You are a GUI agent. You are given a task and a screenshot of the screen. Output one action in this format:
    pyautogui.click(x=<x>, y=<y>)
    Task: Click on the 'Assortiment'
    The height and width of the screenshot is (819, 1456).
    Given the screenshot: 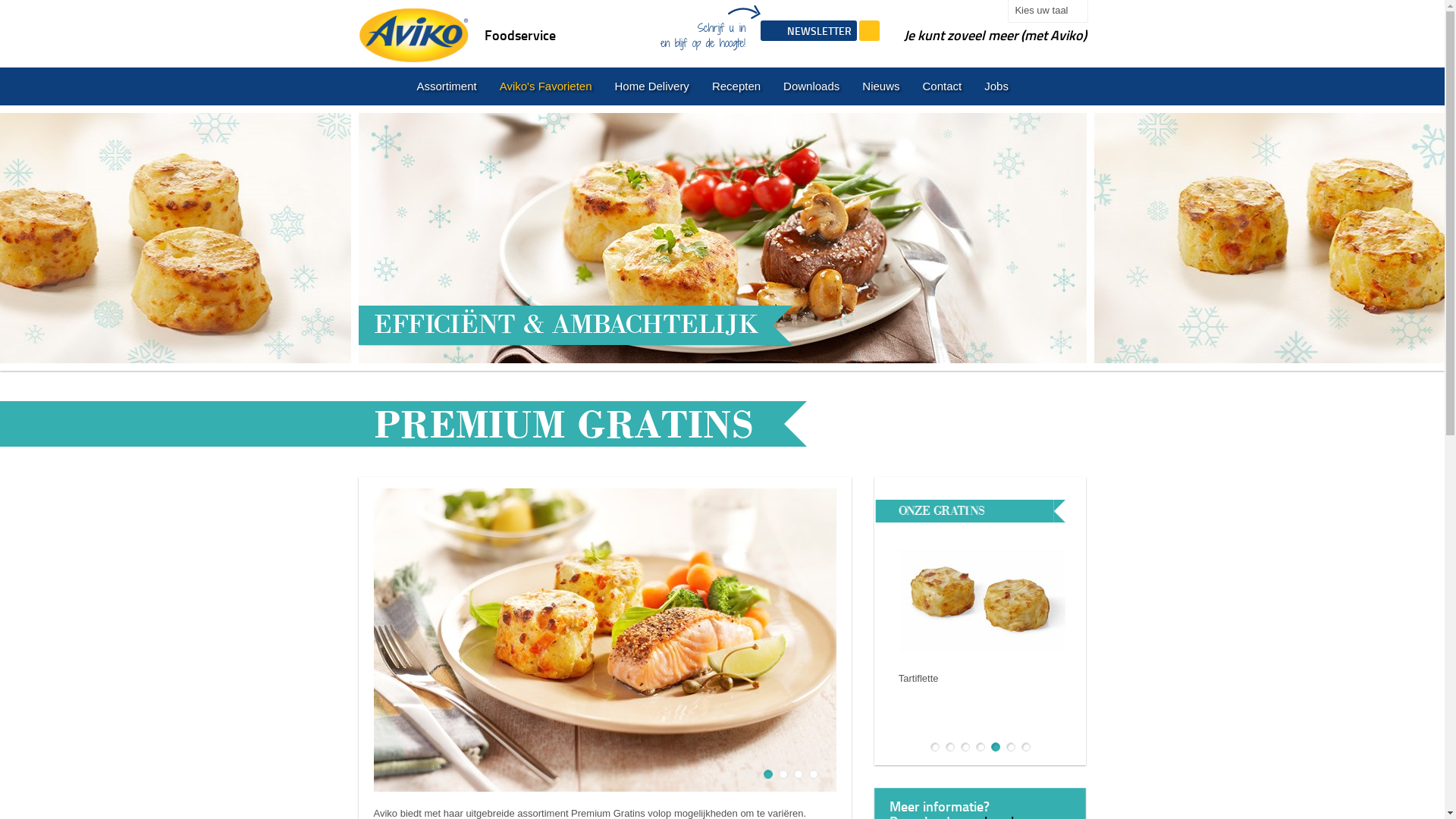 What is the action you would take?
    pyautogui.click(x=445, y=86)
    